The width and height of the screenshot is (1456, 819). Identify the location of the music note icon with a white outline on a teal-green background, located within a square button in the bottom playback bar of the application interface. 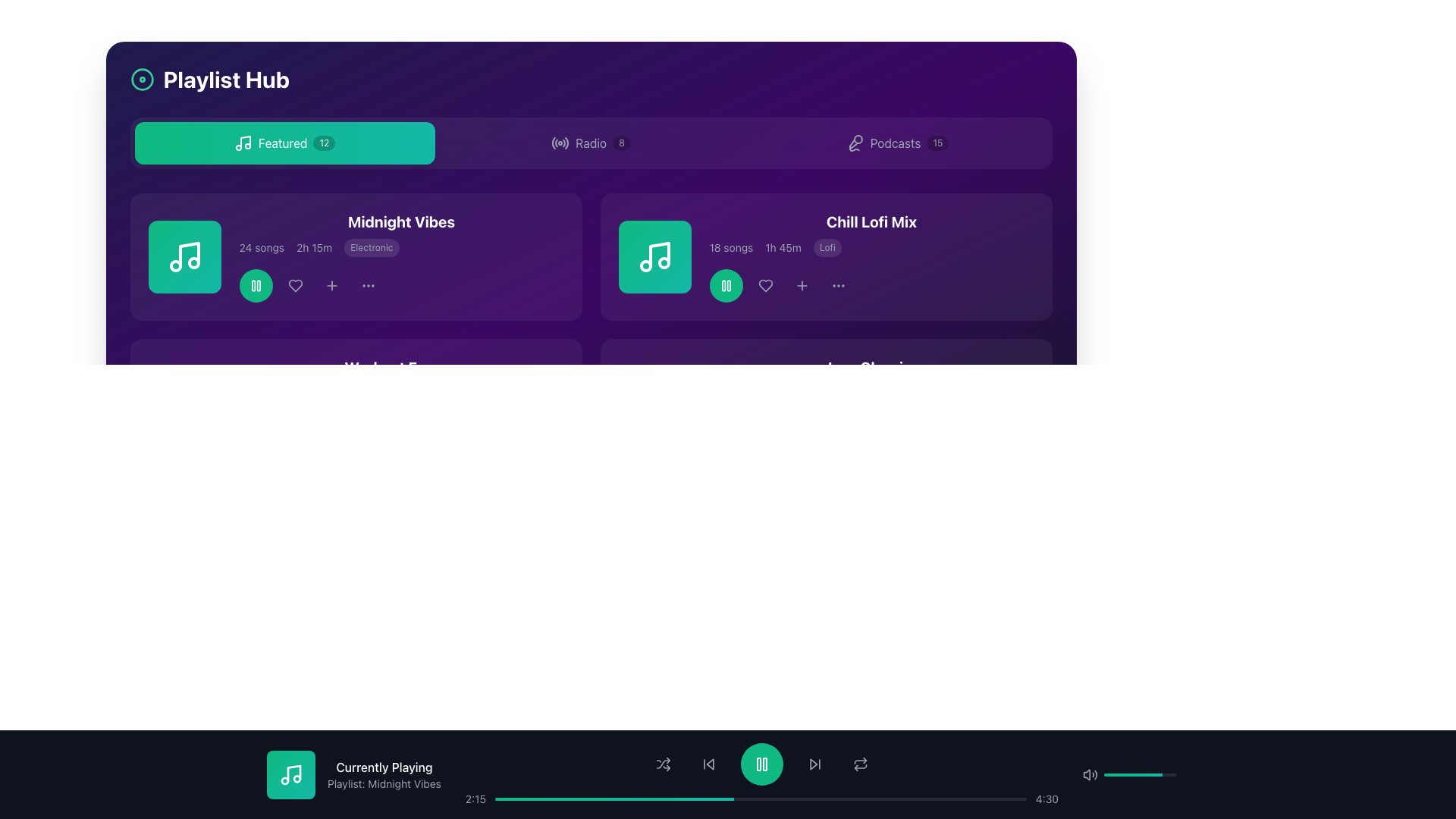
(291, 775).